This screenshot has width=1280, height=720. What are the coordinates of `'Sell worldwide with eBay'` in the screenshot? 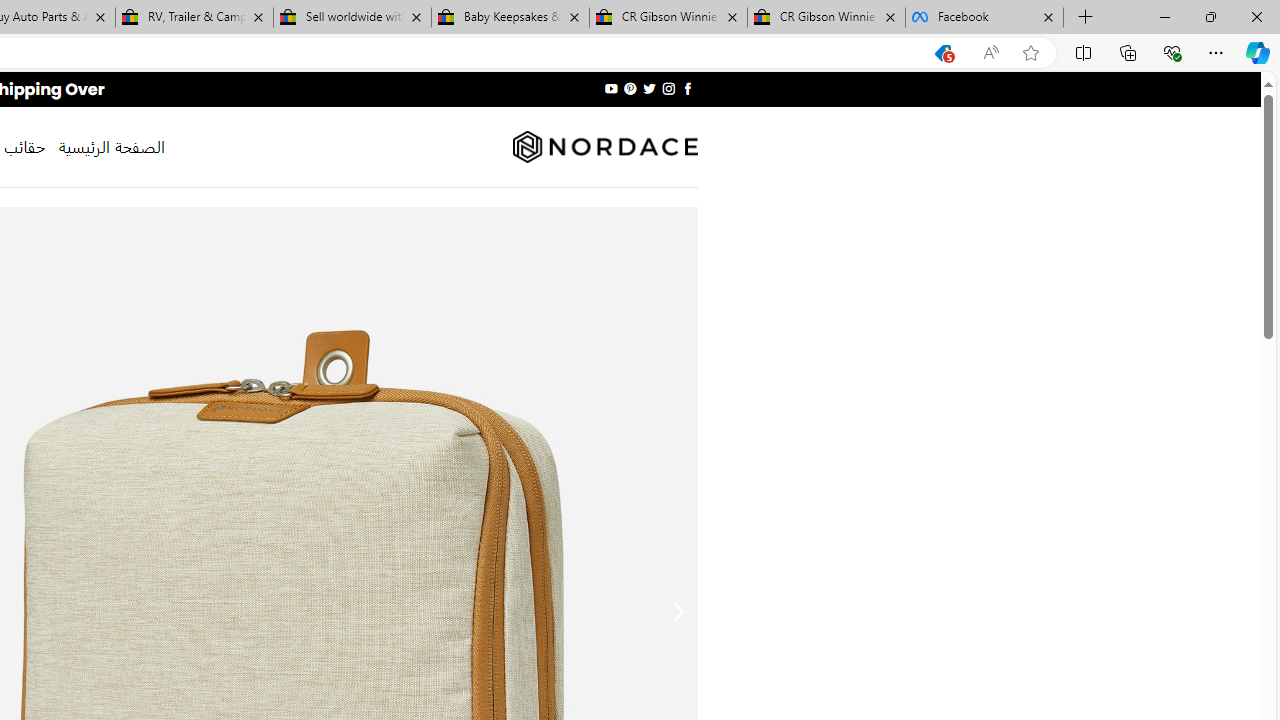 It's located at (352, 17).